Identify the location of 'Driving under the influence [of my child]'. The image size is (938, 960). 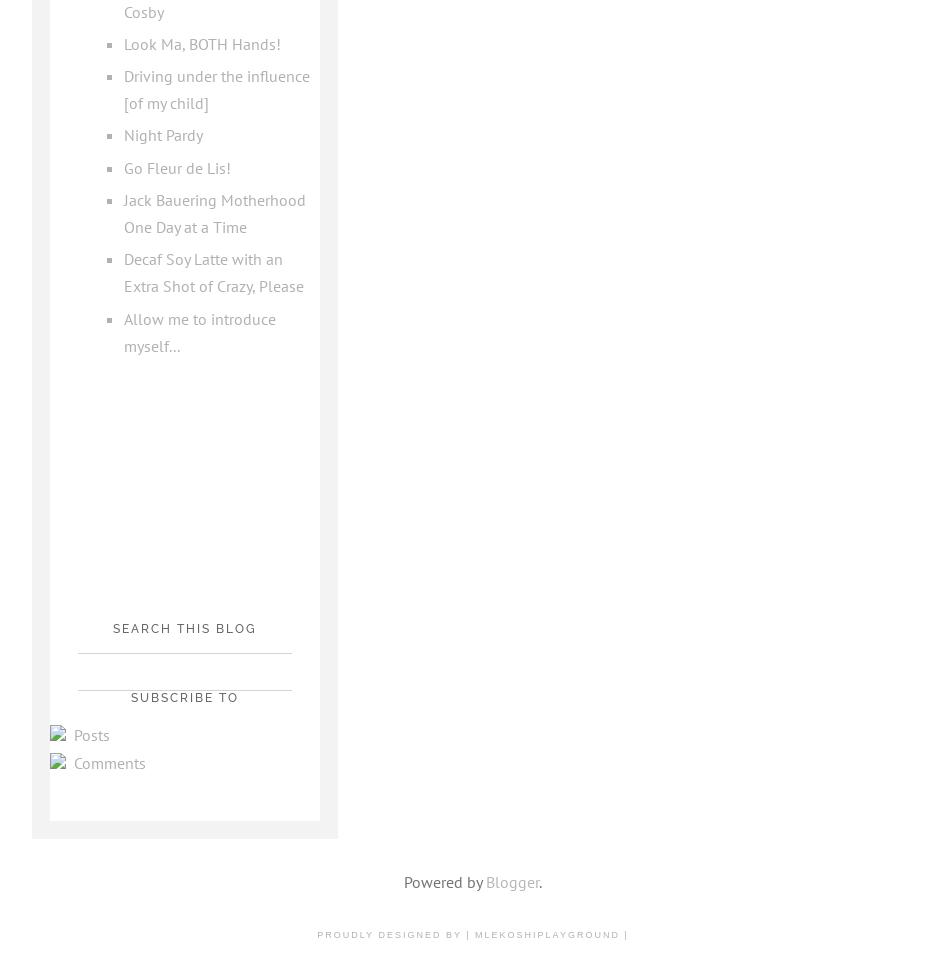
(216, 89).